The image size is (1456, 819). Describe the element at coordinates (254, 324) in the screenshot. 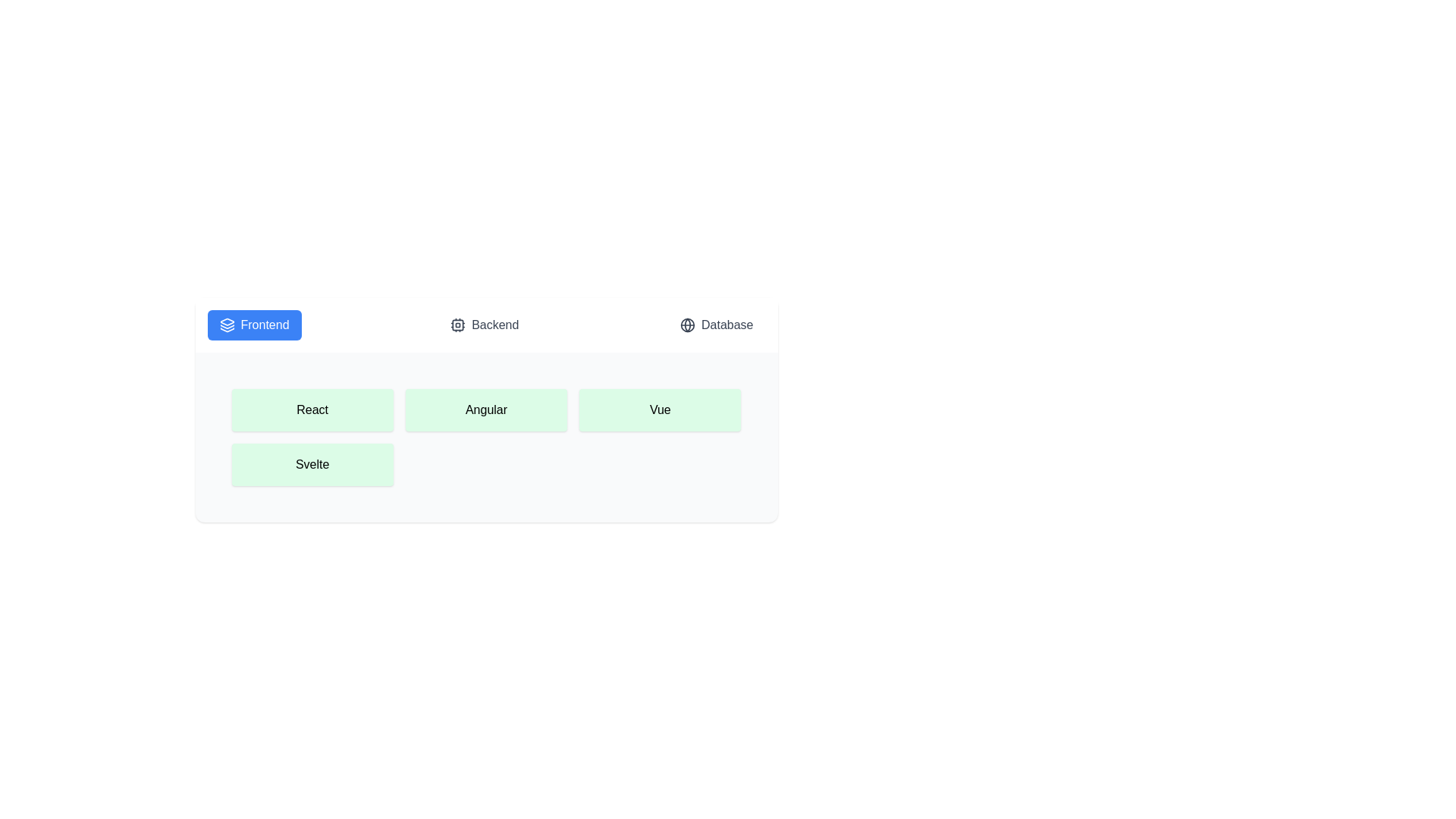

I see `the Frontend tab to switch to it` at that location.